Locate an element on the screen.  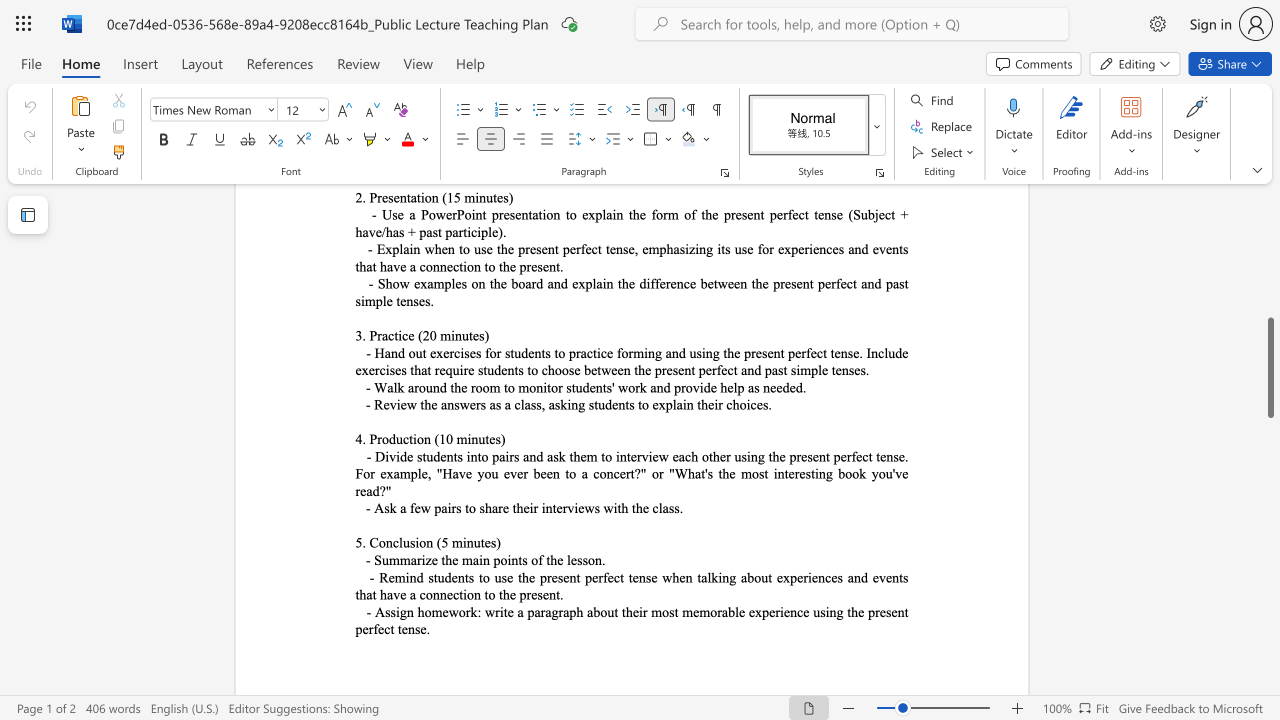
the subset text "Ask a few pairs to share their interviews with the class" within the text "- Ask a few pairs to share their interviews with the class." is located at coordinates (374, 507).